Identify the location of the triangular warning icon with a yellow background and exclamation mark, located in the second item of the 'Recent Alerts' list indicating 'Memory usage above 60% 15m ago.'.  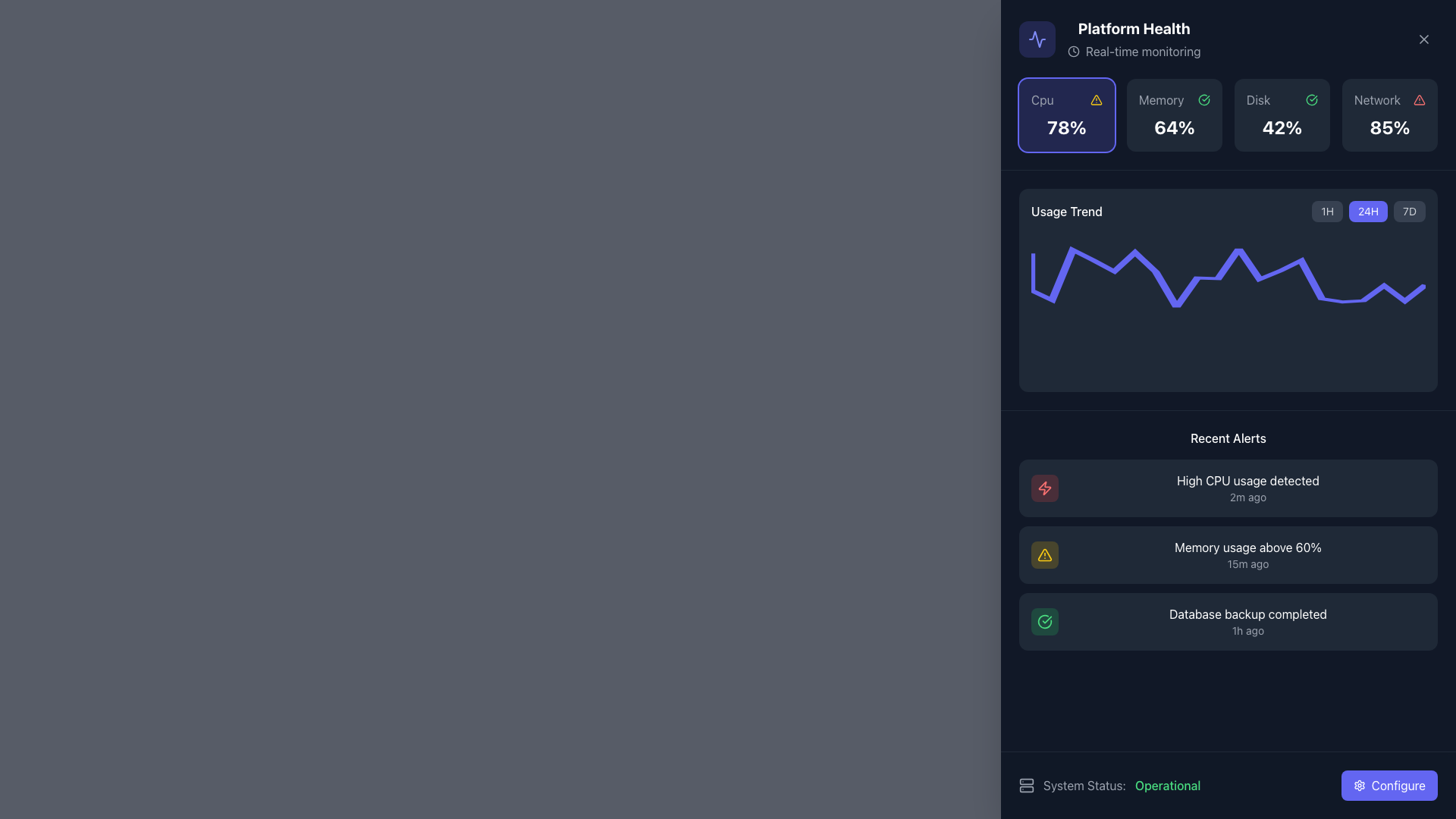
(1043, 555).